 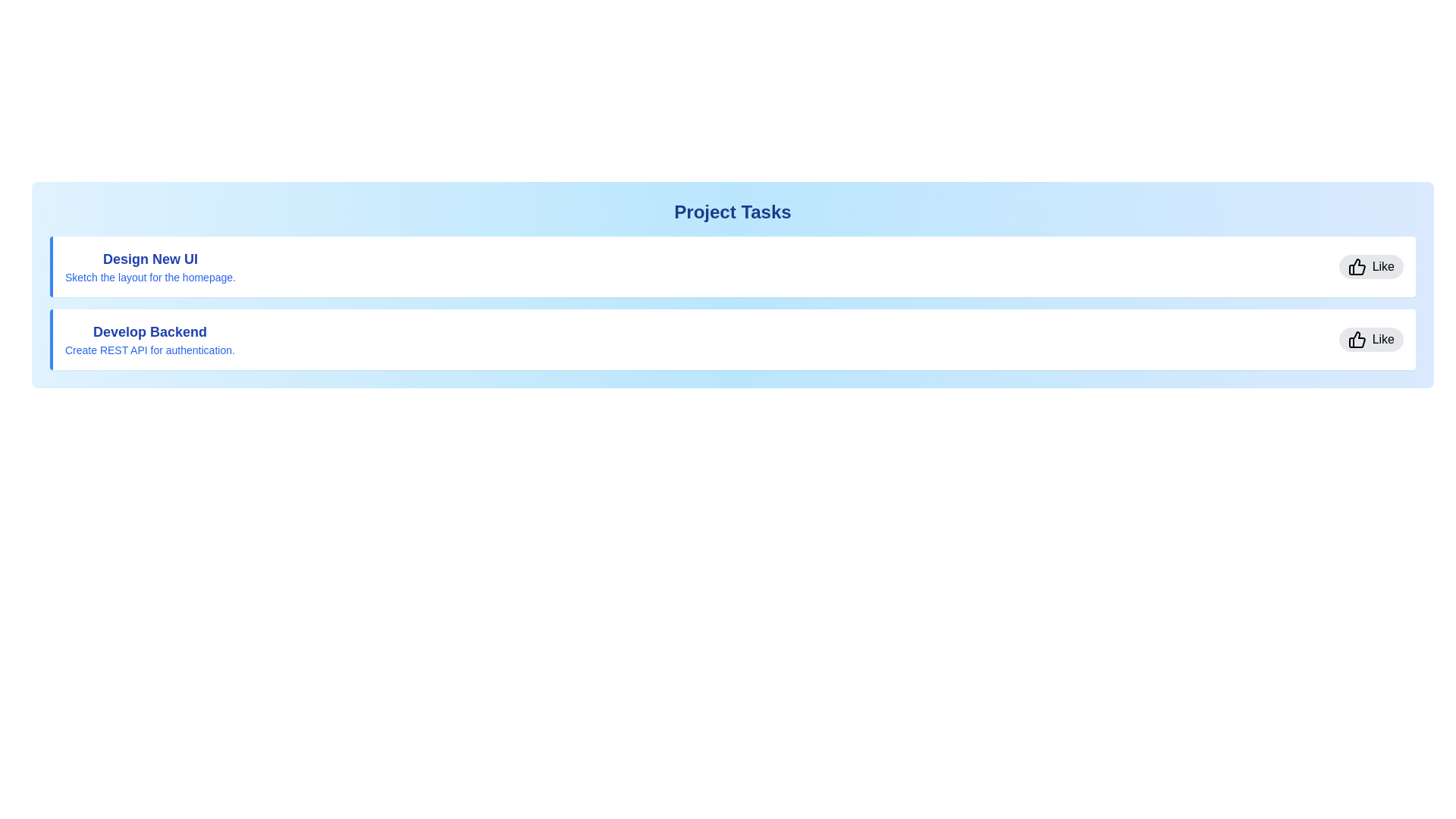 What do you see at coordinates (1371, 265) in the screenshot?
I see `the 'Like' button for the task titled '<task_title>'` at bounding box center [1371, 265].